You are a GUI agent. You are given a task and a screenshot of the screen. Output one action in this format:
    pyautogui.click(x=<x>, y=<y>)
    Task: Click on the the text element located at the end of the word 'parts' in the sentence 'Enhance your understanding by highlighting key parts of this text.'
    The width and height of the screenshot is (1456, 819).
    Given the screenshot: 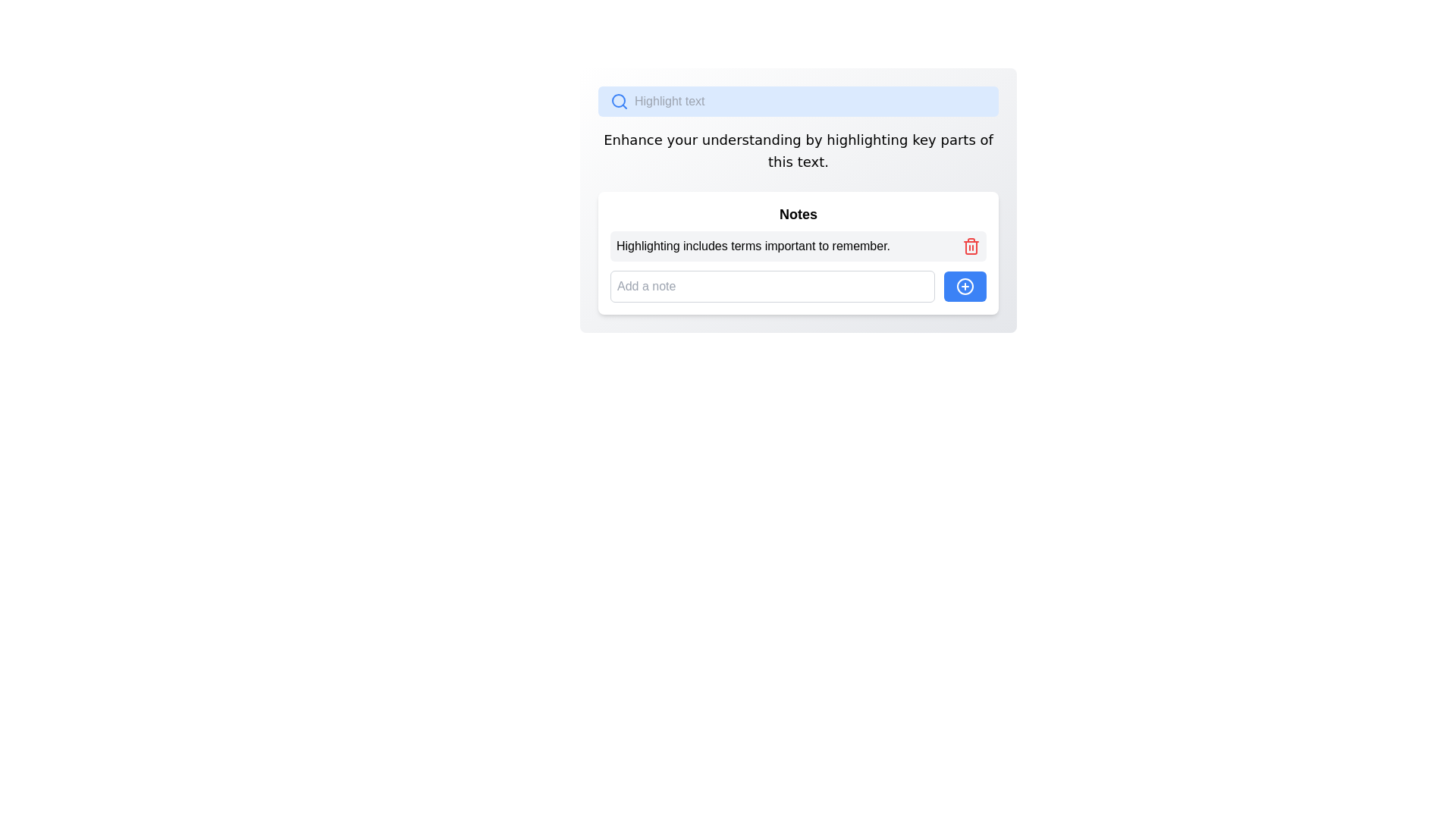 What is the action you would take?
    pyautogui.click(x=959, y=140)
    